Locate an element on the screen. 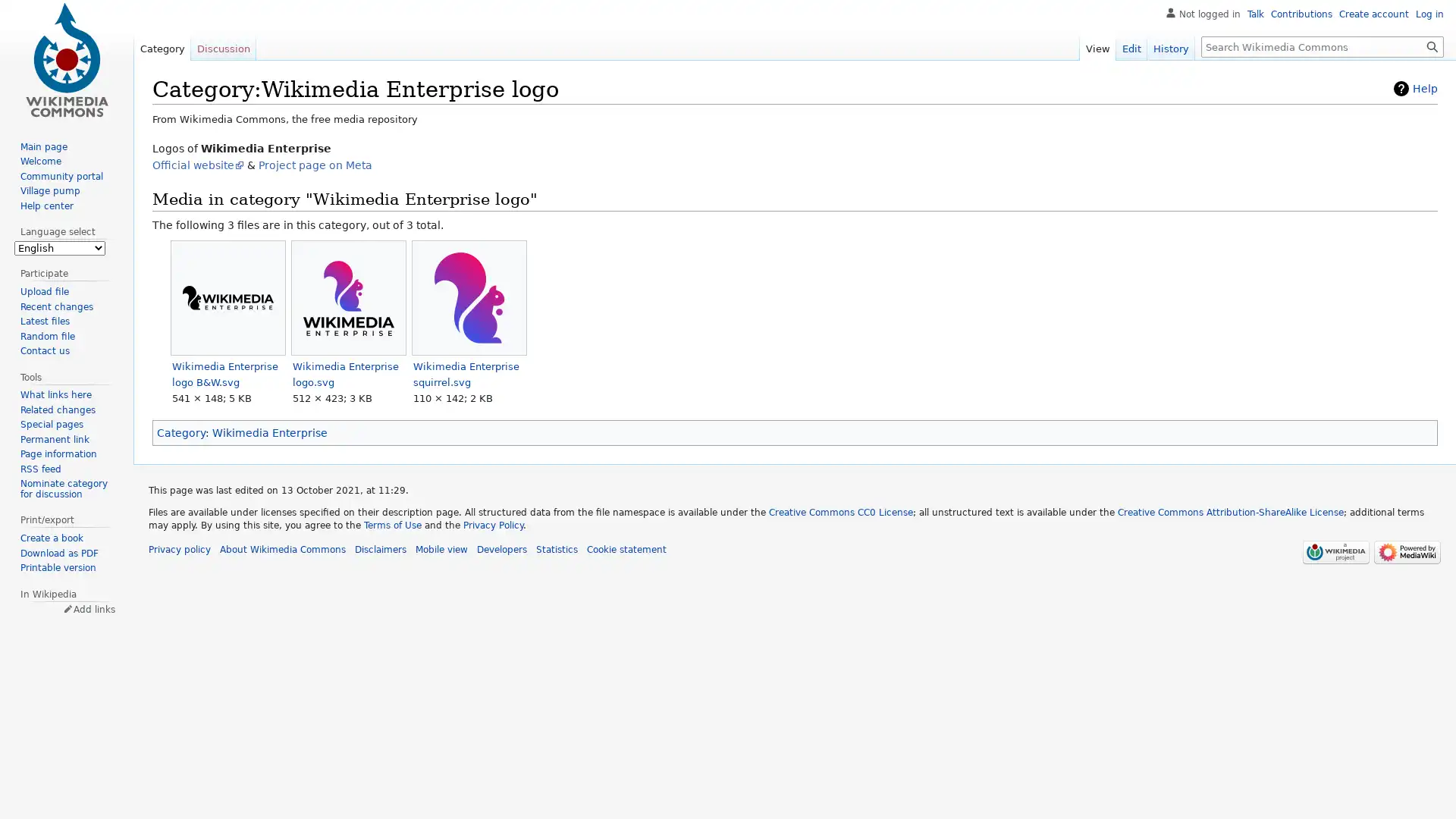 The image size is (1456, 819). Good pictures is located at coordinates (1291, 87).